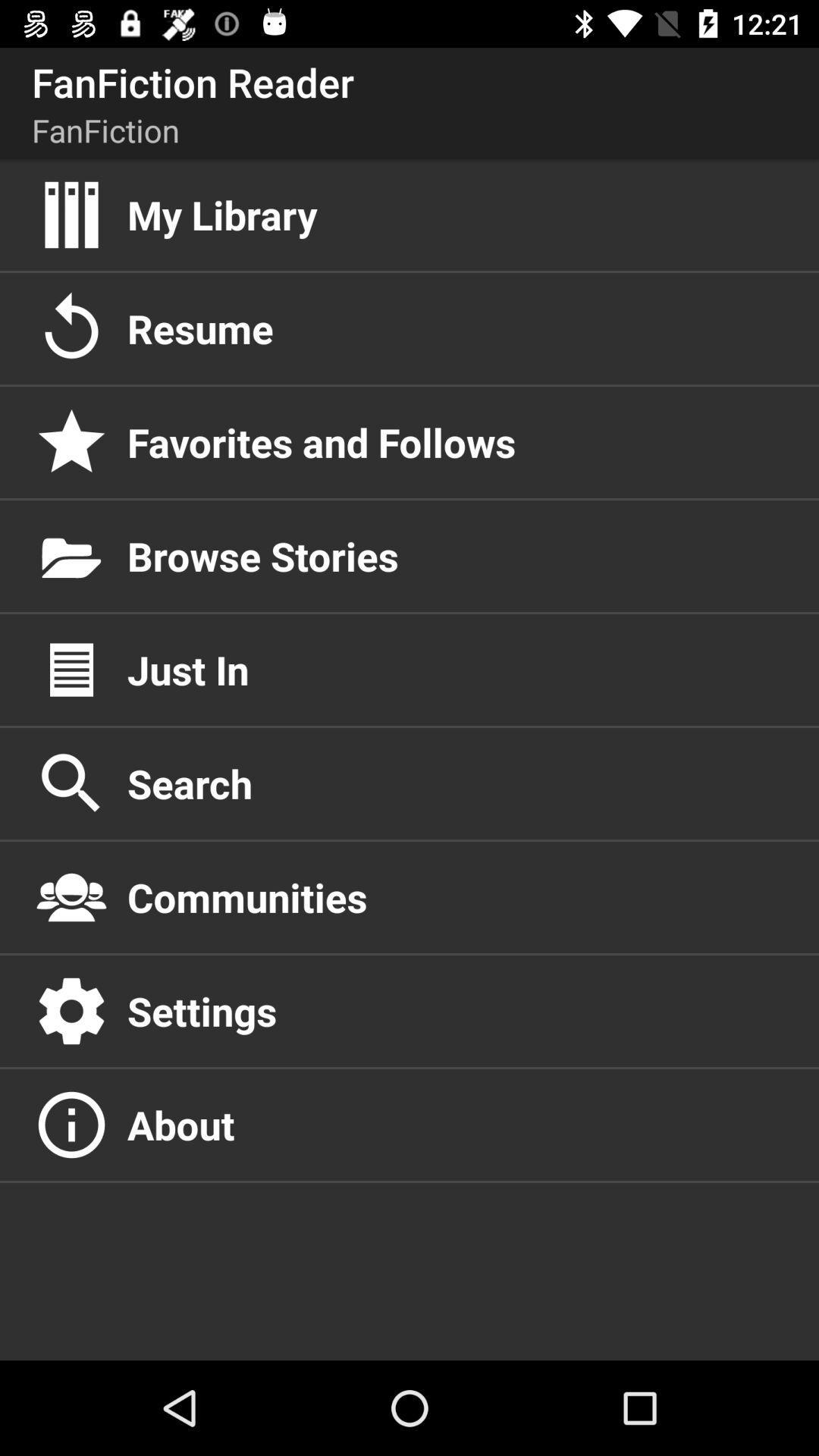 Image resolution: width=819 pixels, height=1456 pixels. What do you see at coordinates (456, 783) in the screenshot?
I see `the search icon` at bounding box center [456, 783].